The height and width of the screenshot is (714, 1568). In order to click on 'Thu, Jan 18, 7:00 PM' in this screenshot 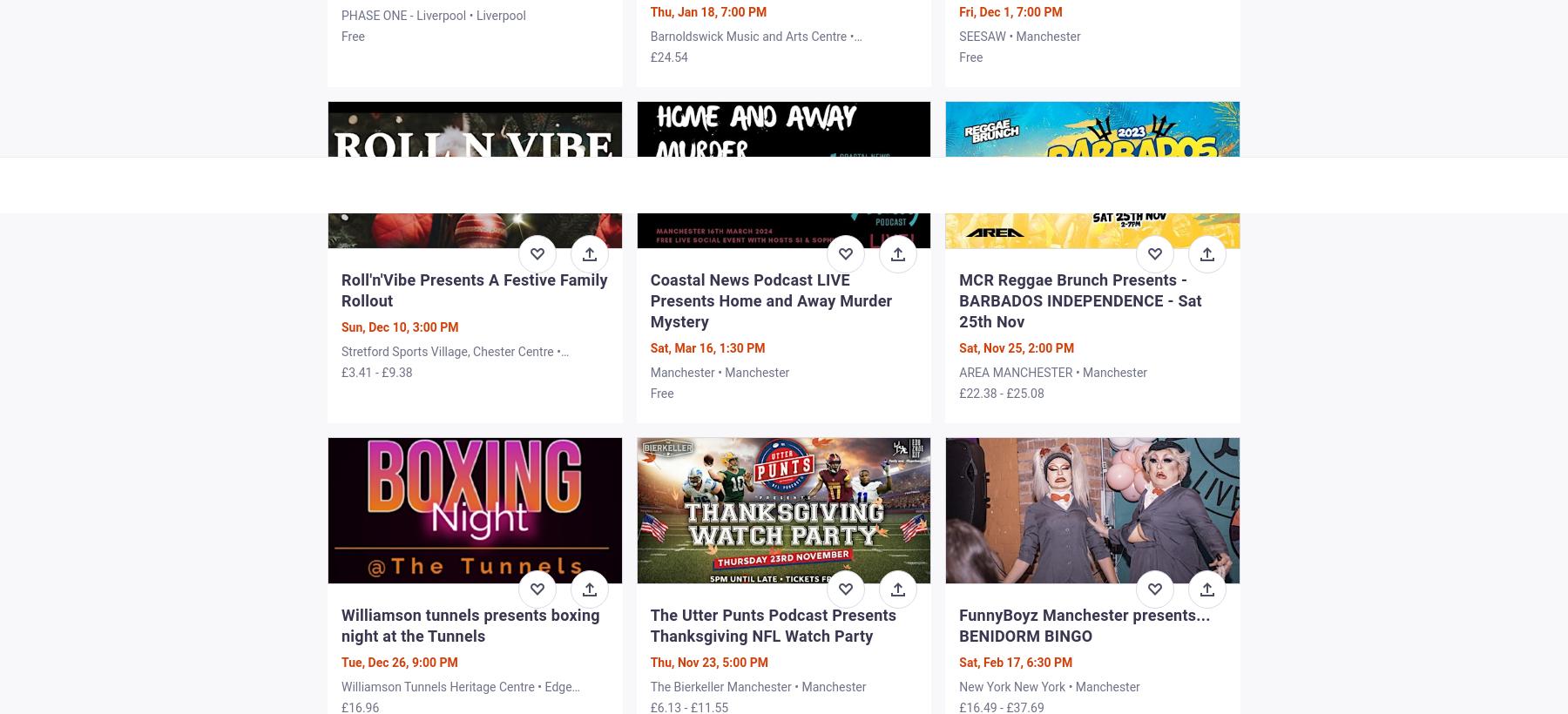, I will do `click(648, 11)`.